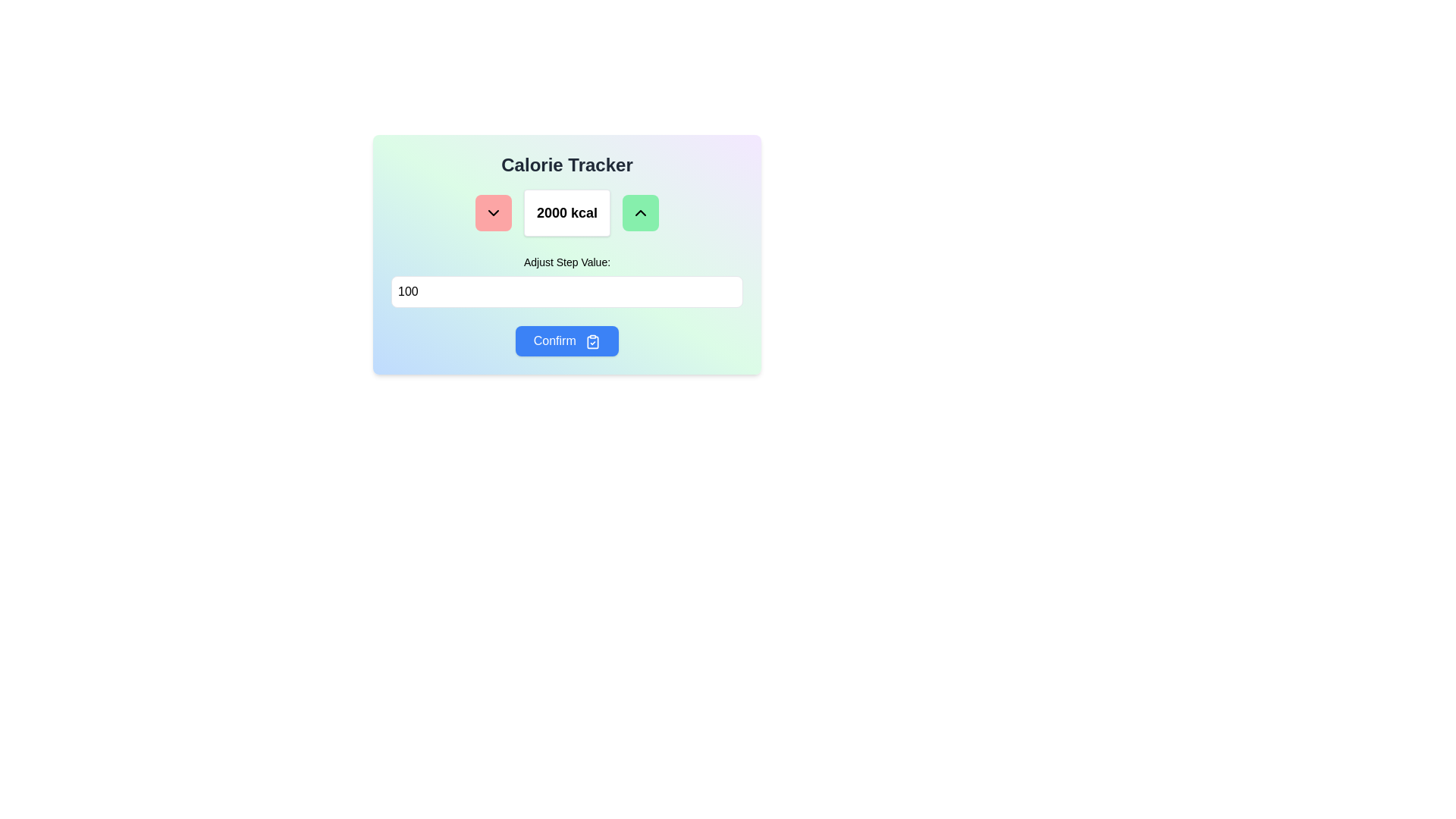 Image resolution: width=1456 pixels, height=819 pixels. Describe the element at coordinates (566, 262) in the screenshot. I see `the text label that reads 'Adjust Step Value:' which is displayed in a medium-sized sans-serif font, centered above an input field in a gradient background` at that location.